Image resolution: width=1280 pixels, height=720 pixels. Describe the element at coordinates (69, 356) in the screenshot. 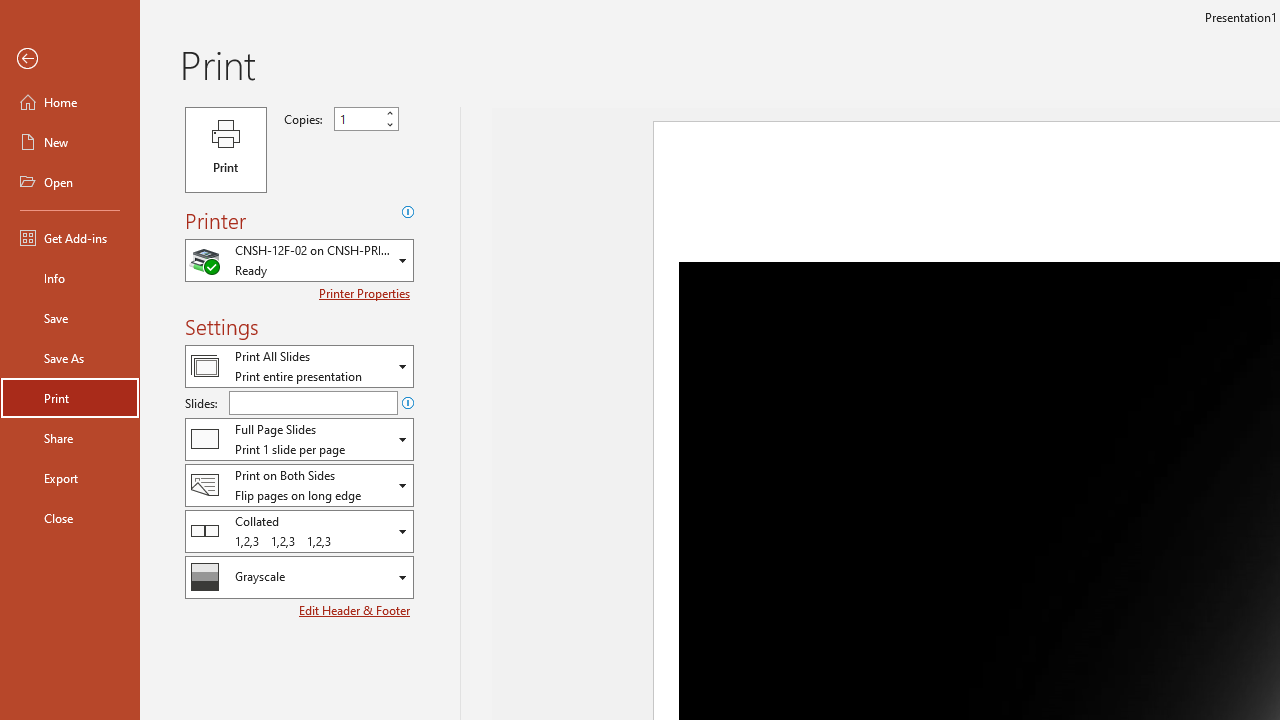

I see `'Save As'` at that location.